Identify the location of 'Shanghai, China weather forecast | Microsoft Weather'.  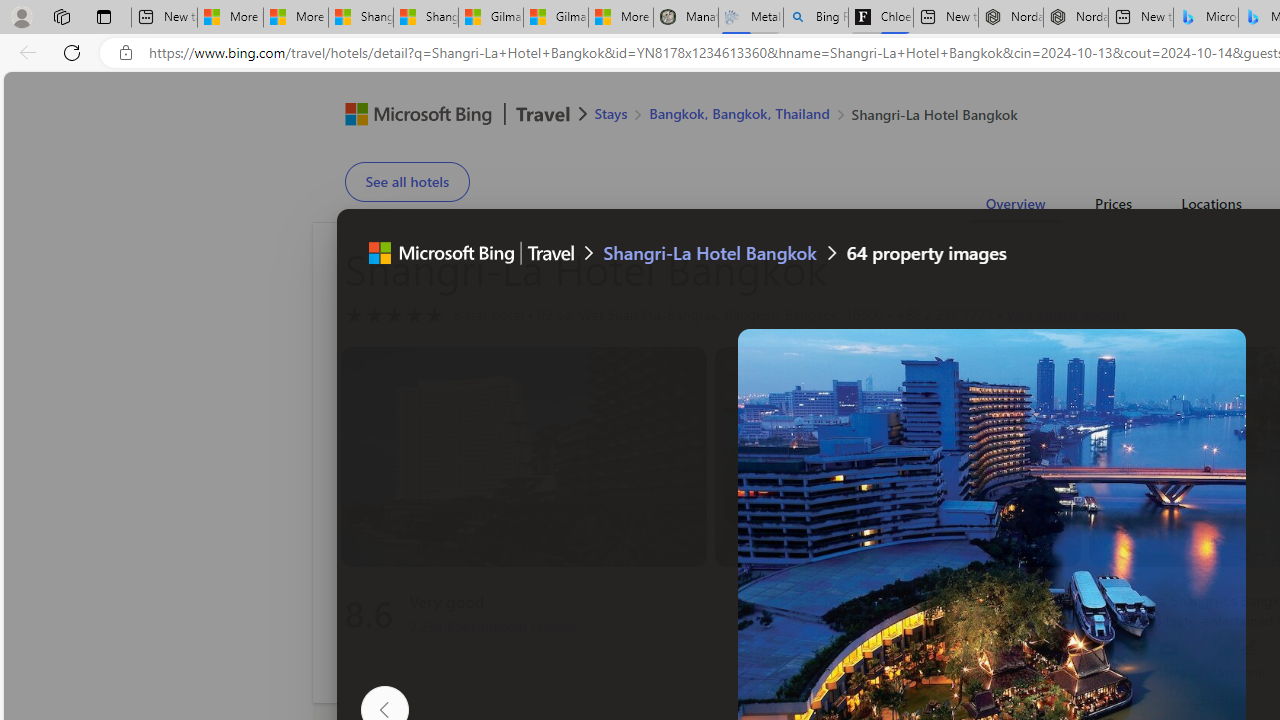
(425, 17).